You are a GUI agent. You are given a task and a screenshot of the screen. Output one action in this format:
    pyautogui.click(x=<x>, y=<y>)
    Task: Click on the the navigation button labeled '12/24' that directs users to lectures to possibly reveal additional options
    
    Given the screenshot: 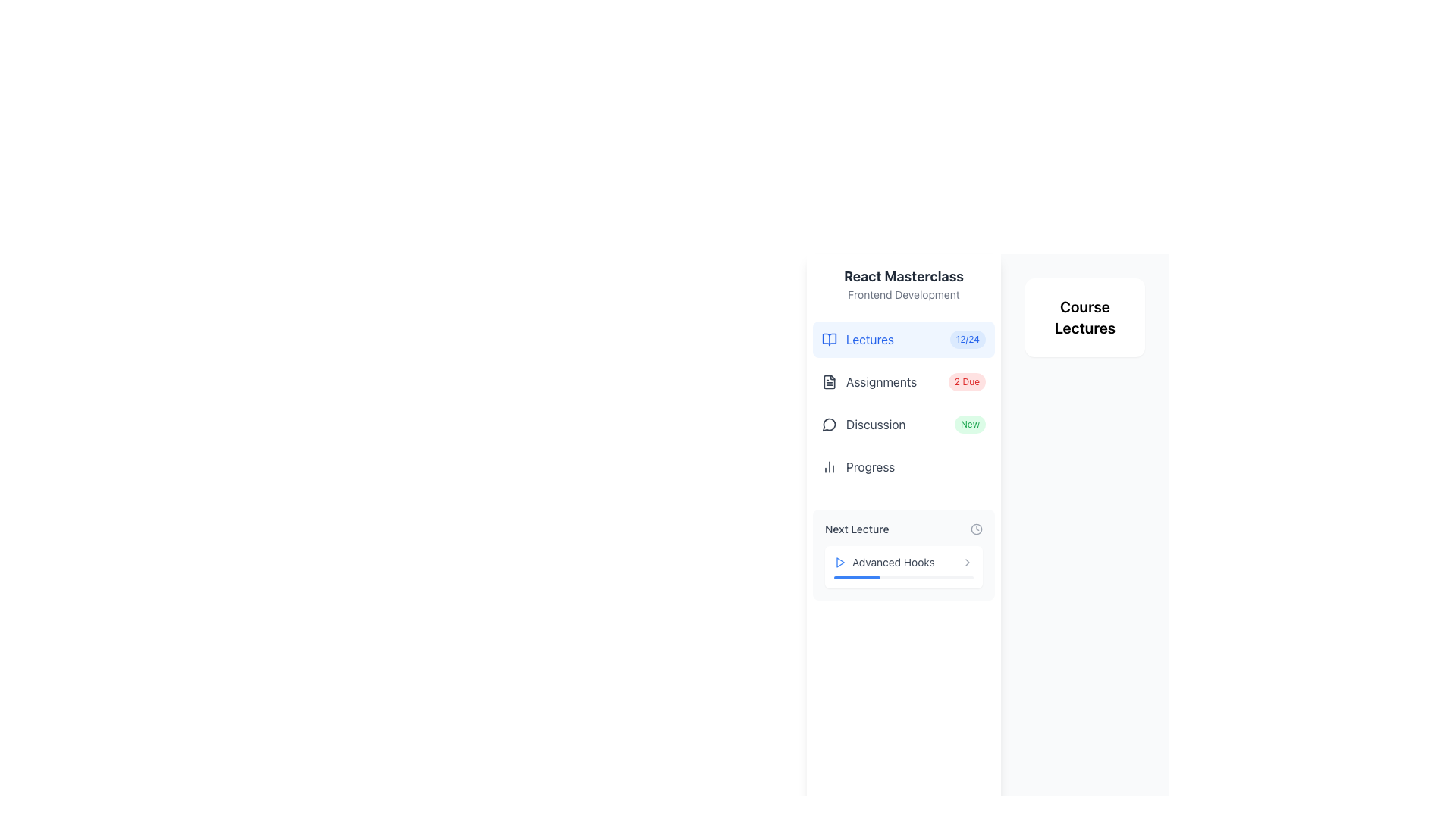 What is the action you would take?
    pyautogui.click(x=903, y=338)
    